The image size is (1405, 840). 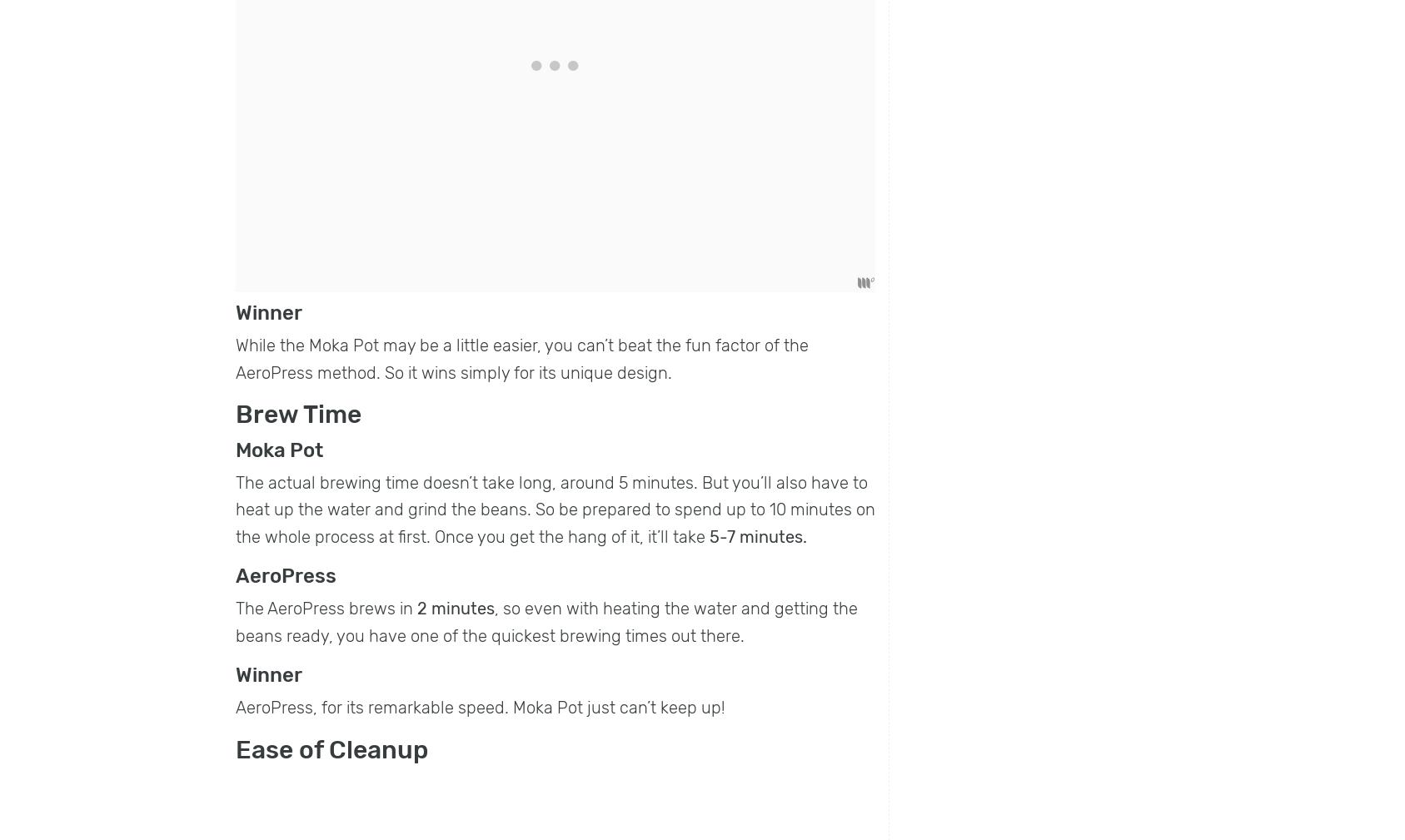 I want to click on ', so even with heating the water and getting the beans ready, you have one of the quickest brewing times out there.', so click(x=546, y=621).